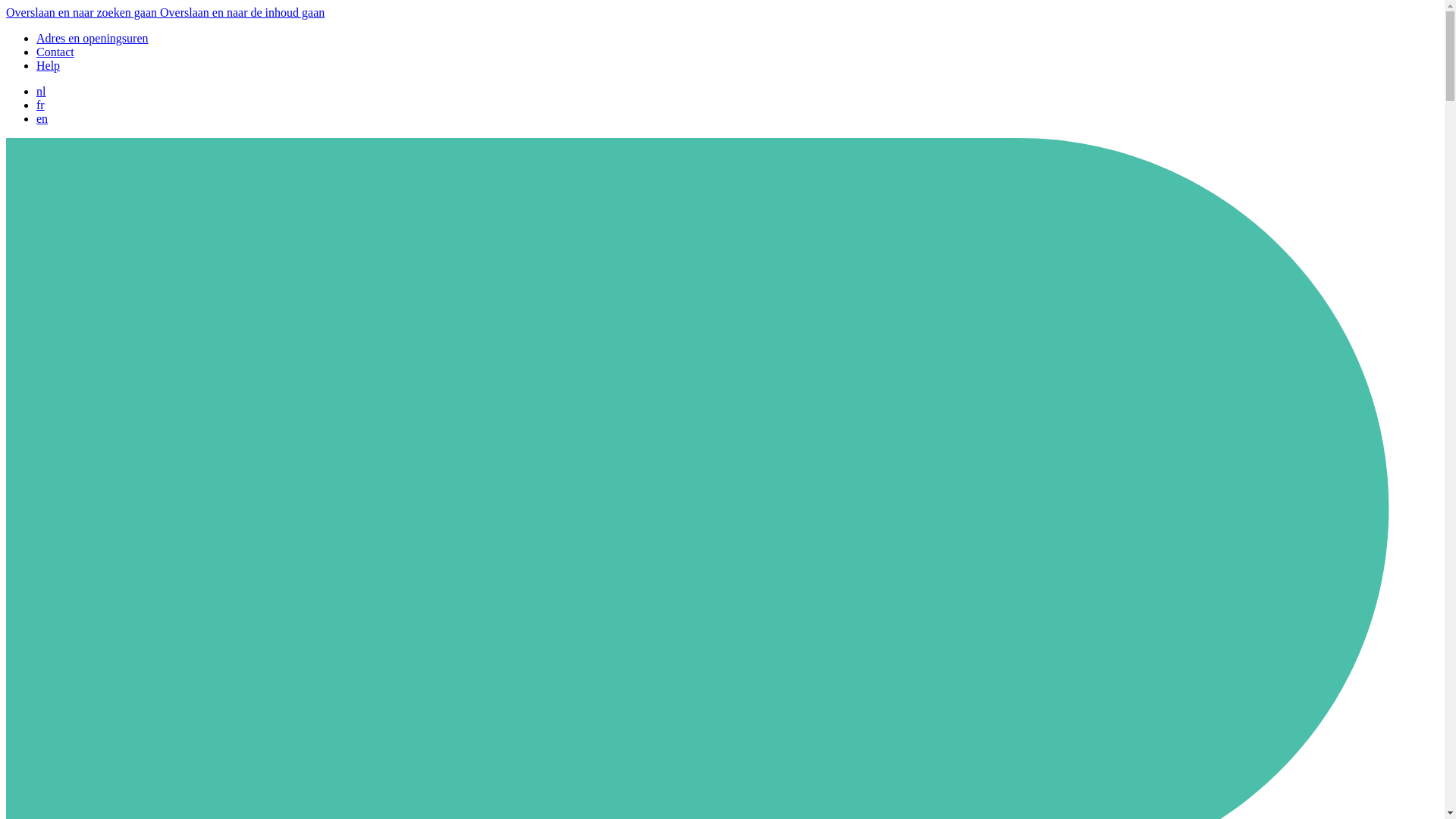 The width and height of the screenshot is (1456, 819). What do you see at coordinates (91, 37) in the screenshot?
I see `'Adres en openingsuren'` at bounding box center [91, 37].